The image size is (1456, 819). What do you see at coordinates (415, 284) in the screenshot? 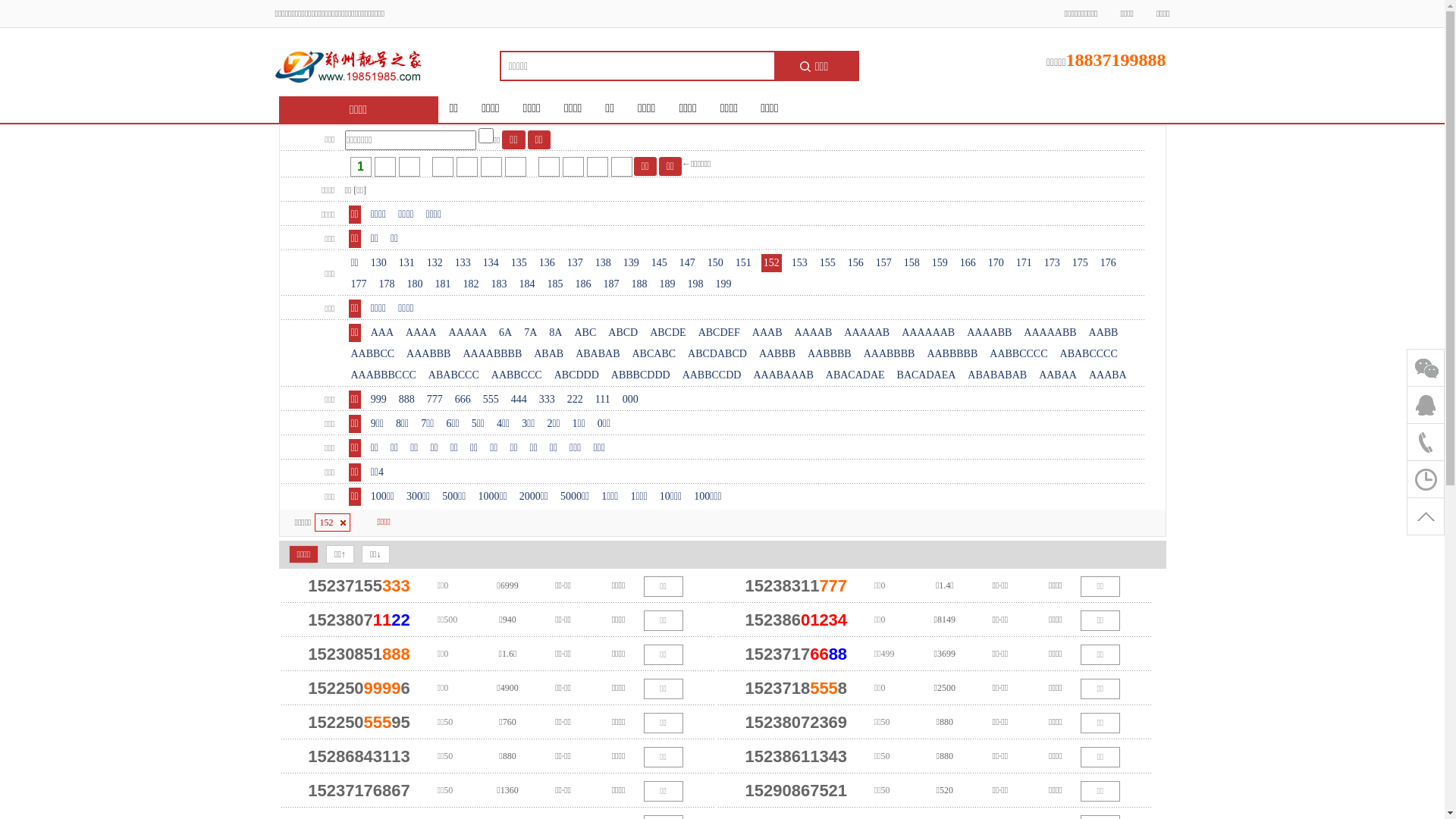
I see `'180'` at bounding box center [415, 284].